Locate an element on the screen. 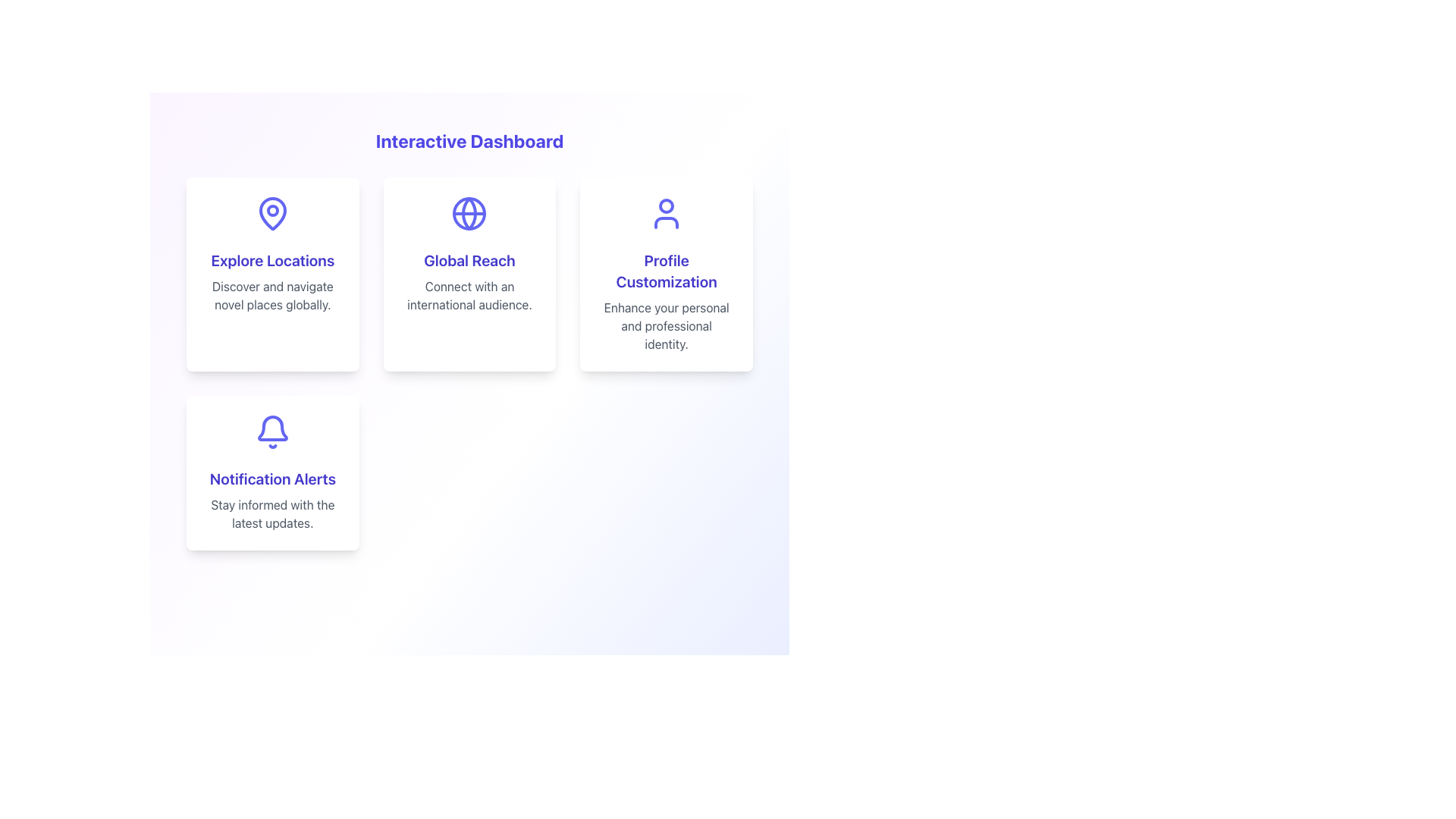 The image size is (1456, 819). the 'Profile Customization' card, which features a user icon at the top and a bold purple title below it is located at coordinates (667, 275).